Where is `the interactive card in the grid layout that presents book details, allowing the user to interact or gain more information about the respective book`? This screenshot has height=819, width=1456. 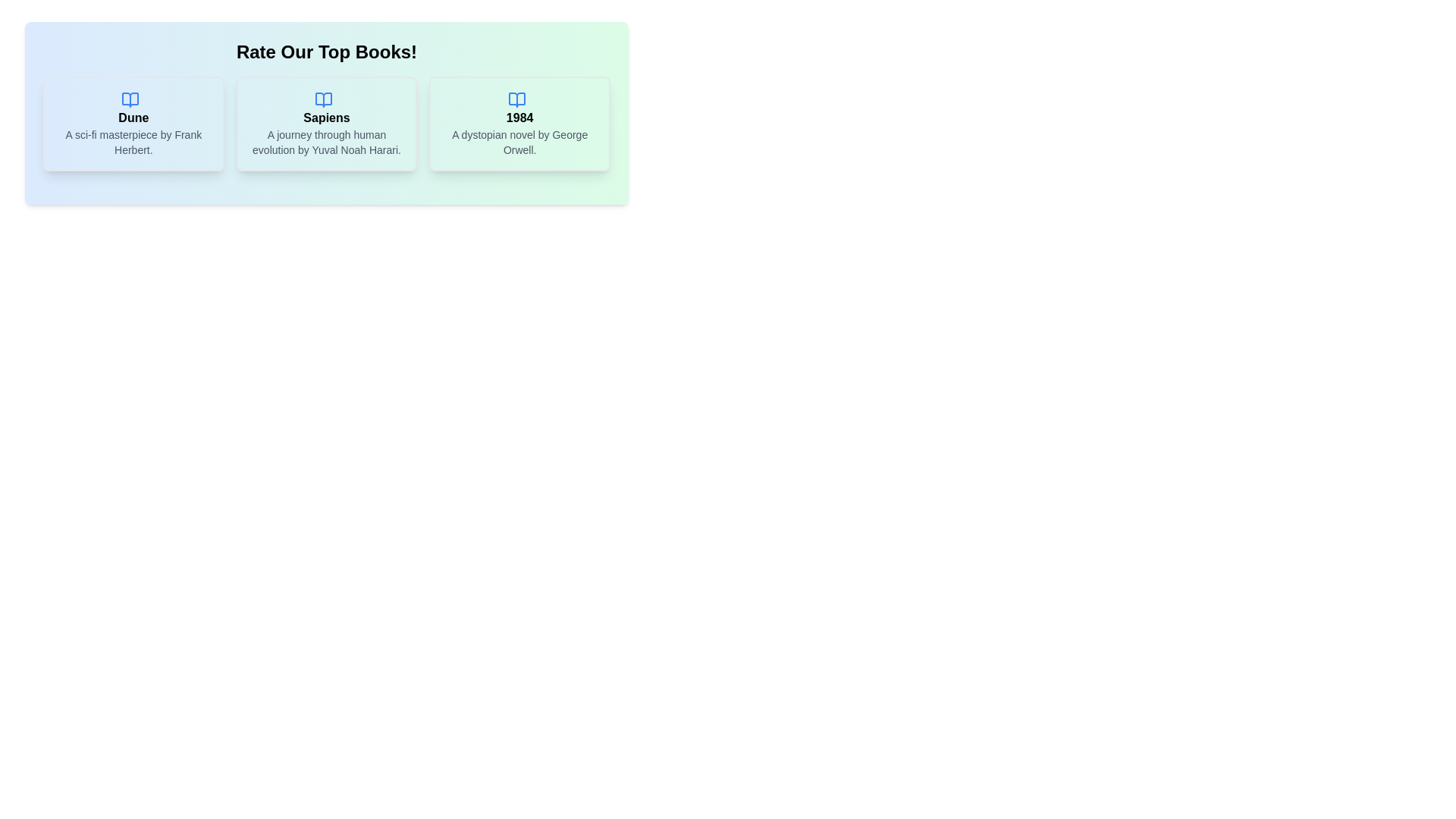 the interactive card in the grid layout that presents book details, allowing the user to interact or gain more information about the respective book is located at coordinates (326, 122).